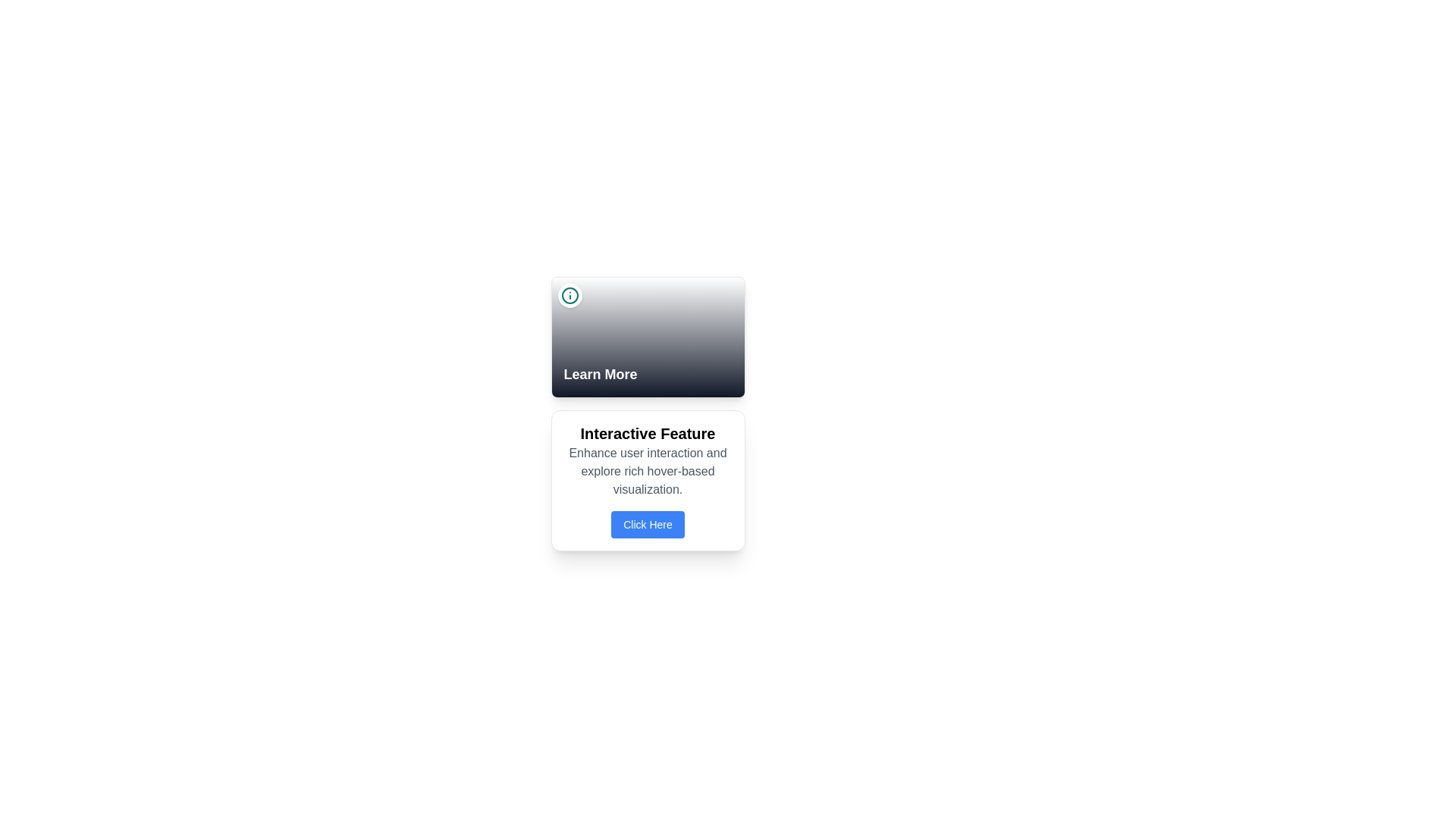 The image size is (1456, 819). What do you see at coordinates (569, 295) in the screenshot?
I see `the informational icon located within a circular background` at bounding box center [569, 295].